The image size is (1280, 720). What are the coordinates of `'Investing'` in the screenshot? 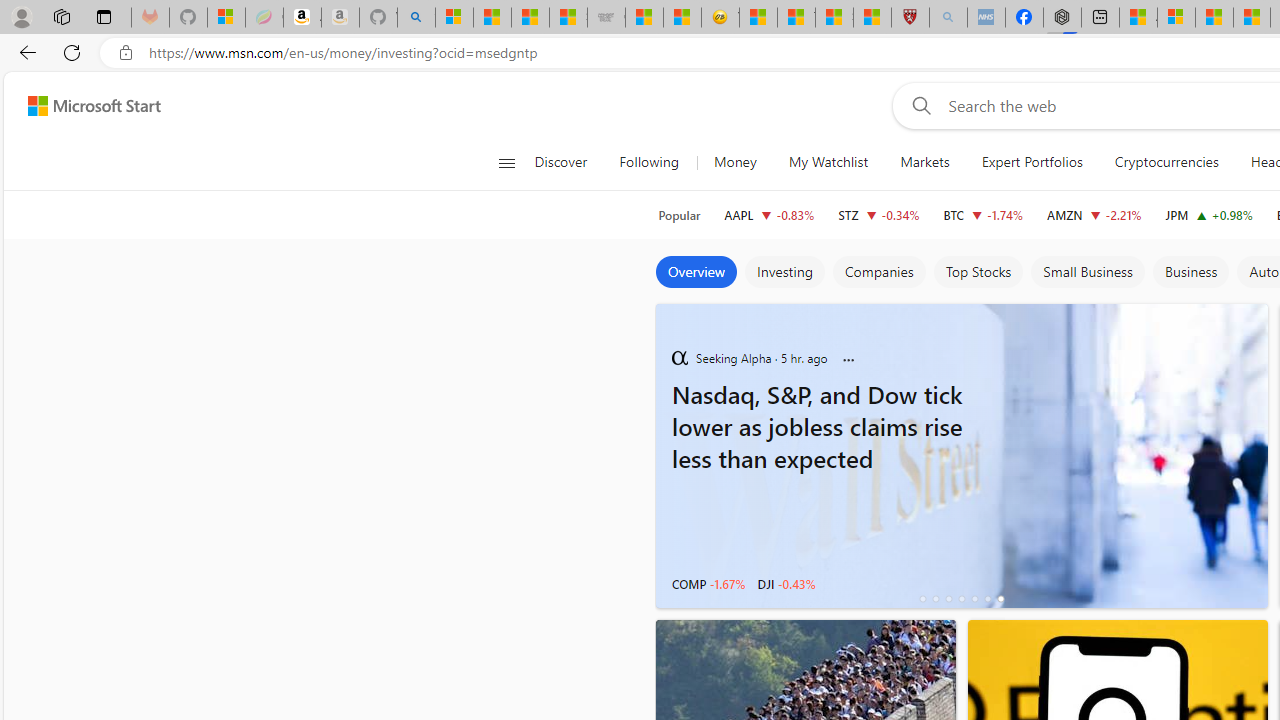 It's located at (783, 272).